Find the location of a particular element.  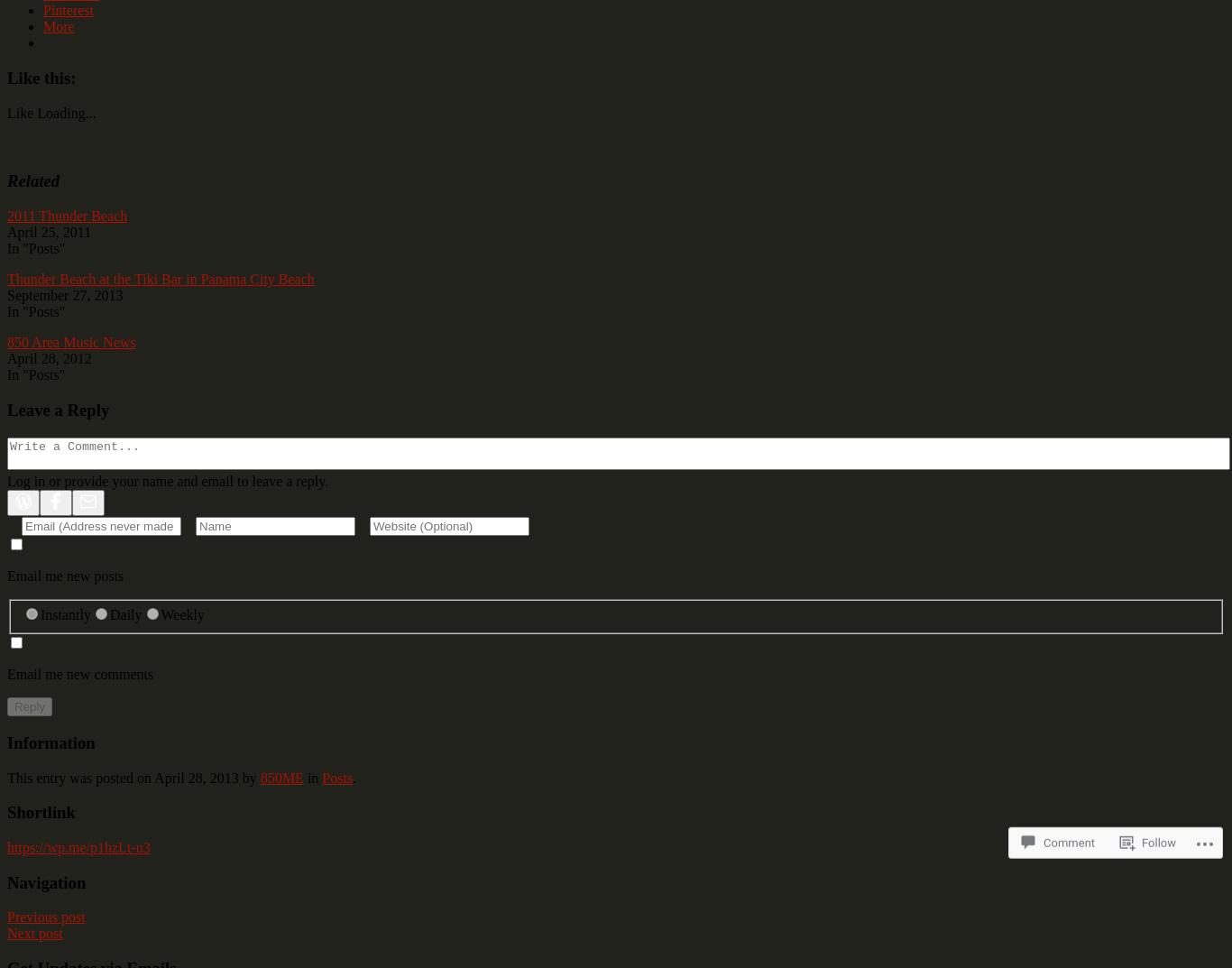

'More' is located at coordinates (59, 25).